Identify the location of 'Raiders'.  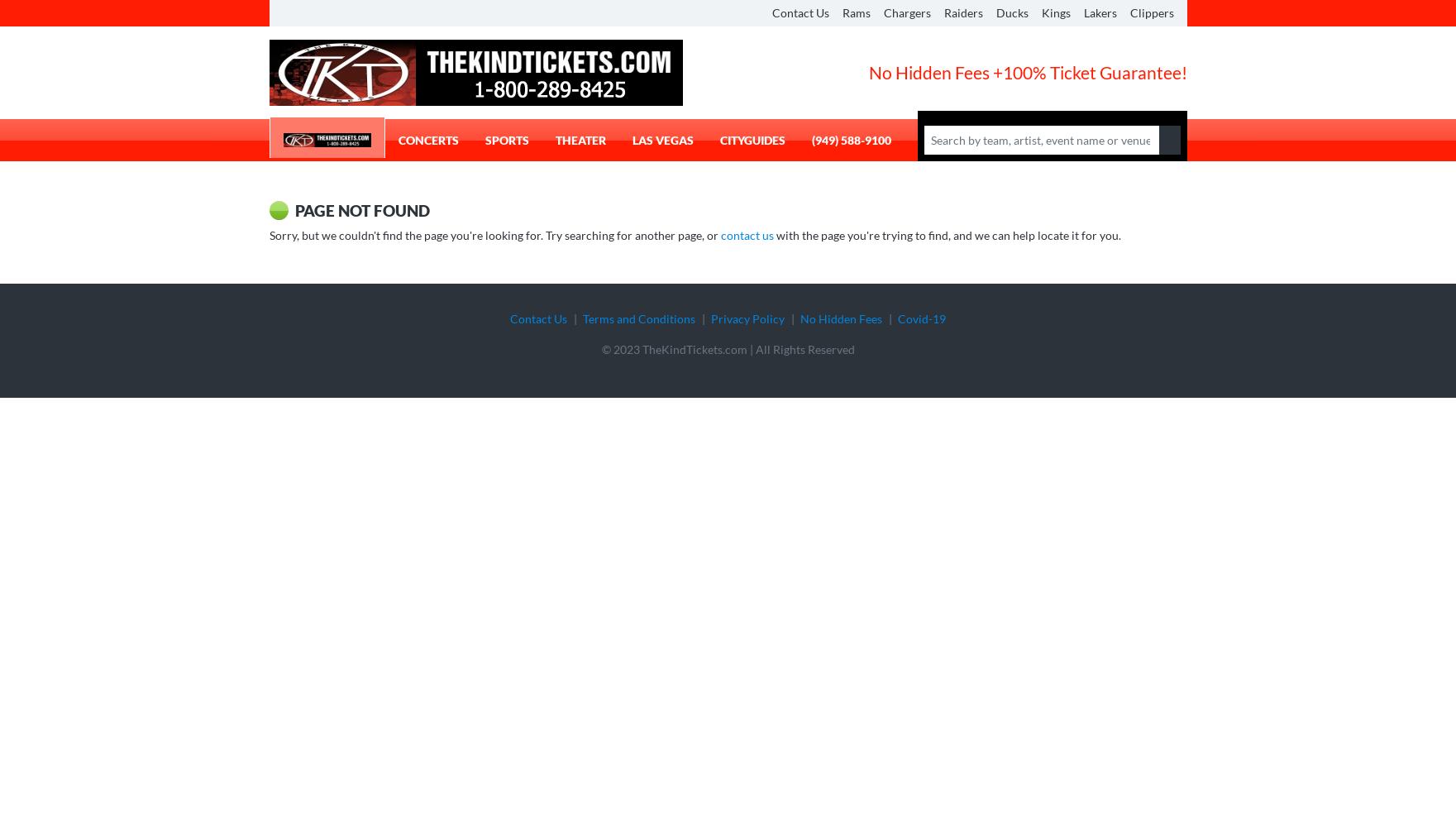
(962, 12).